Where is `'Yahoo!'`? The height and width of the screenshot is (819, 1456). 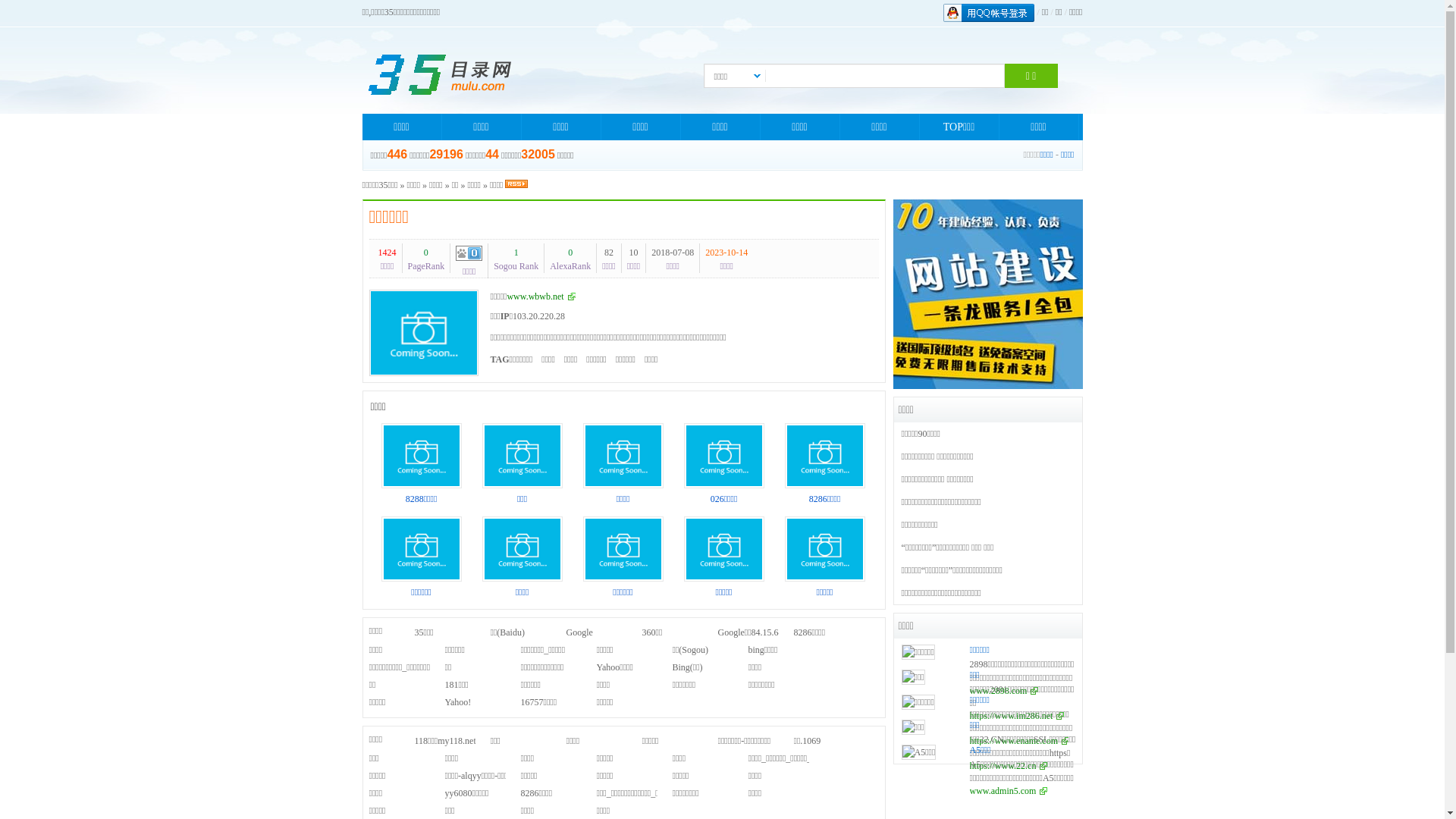 'Yahoo!' is located at coordinates (457, 701).